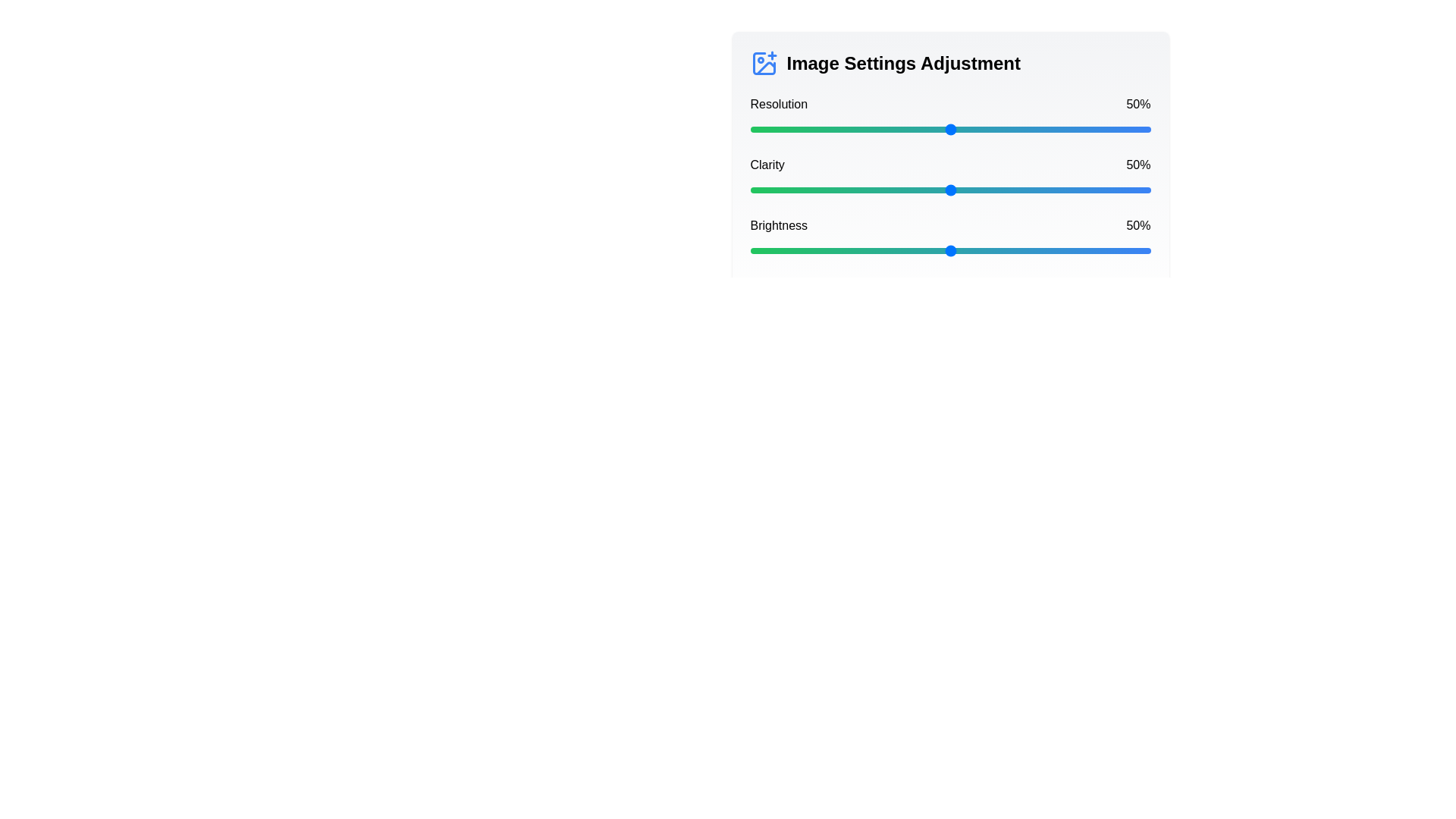 Image resolution: width=1456 pixels, height=819 pixels. I want to click on the brightness slider to 43%, so click(921, 250).